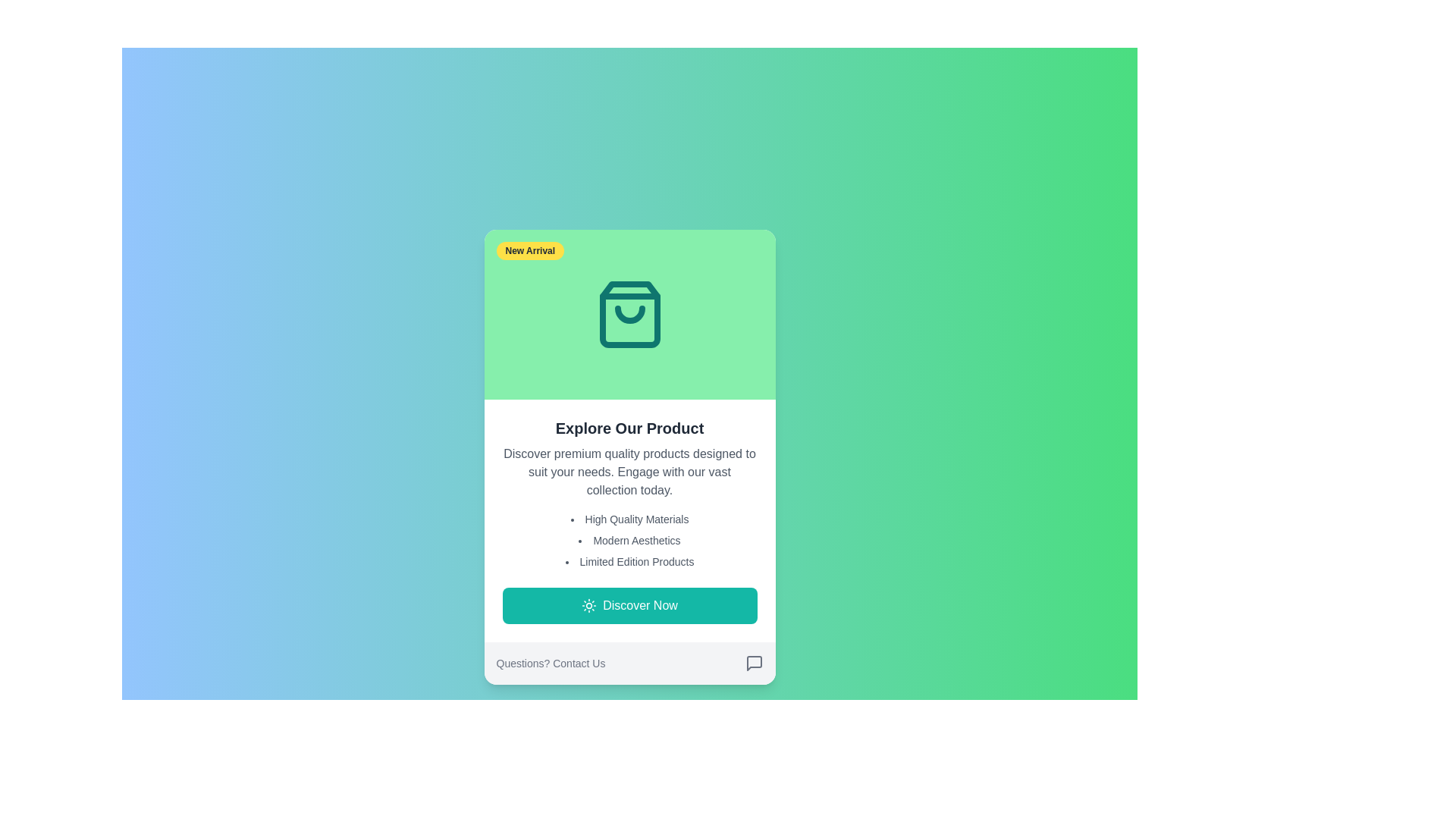  What do you see at coordinates (754, 663) in the screenshot?
I see `the speech bubble icon located at the bottom-right corner of the card labeled 'Questions? Contact Us'` at bounding box center [754, 663].